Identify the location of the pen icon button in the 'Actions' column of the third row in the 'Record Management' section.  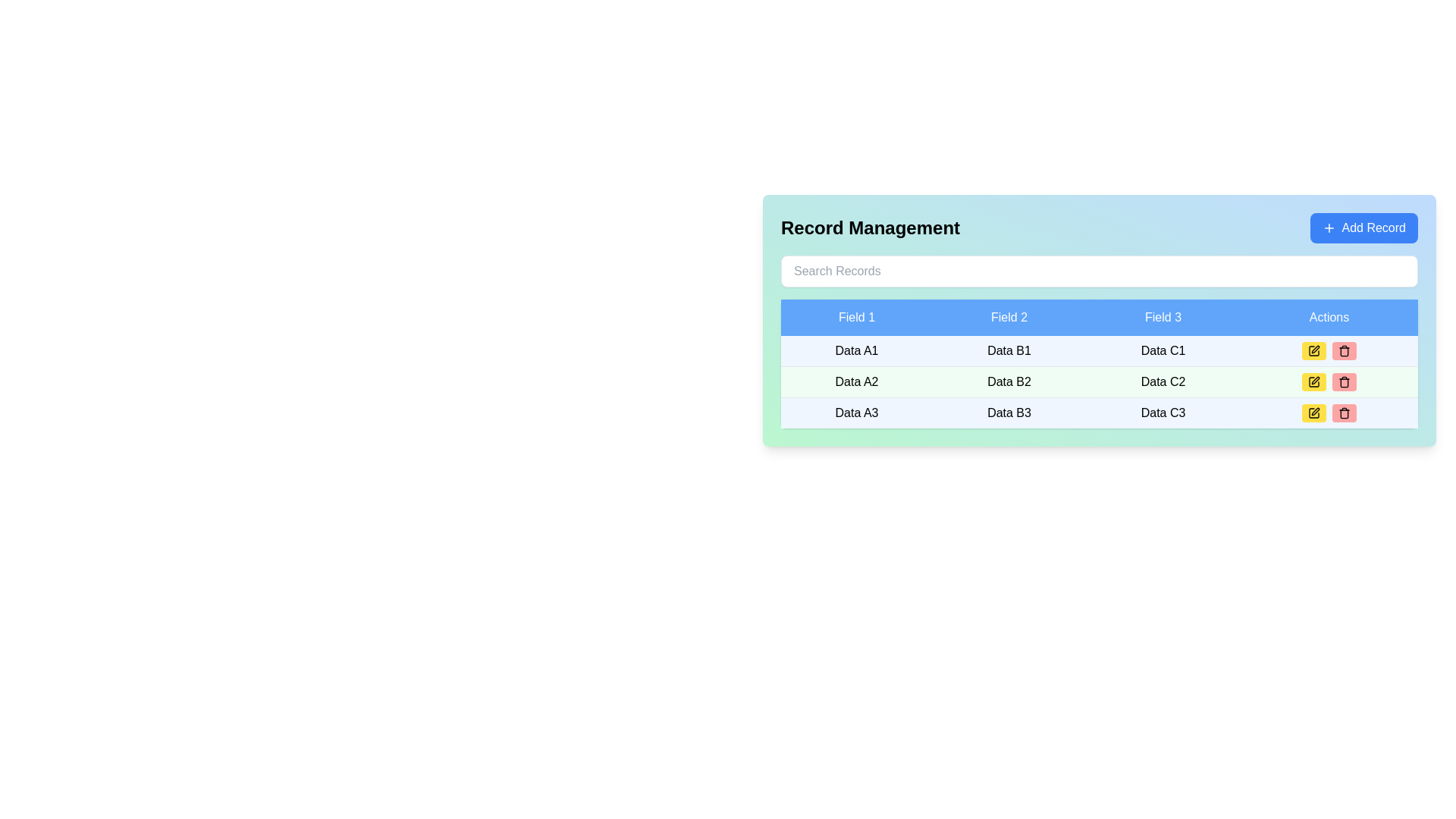
(1315, 412).